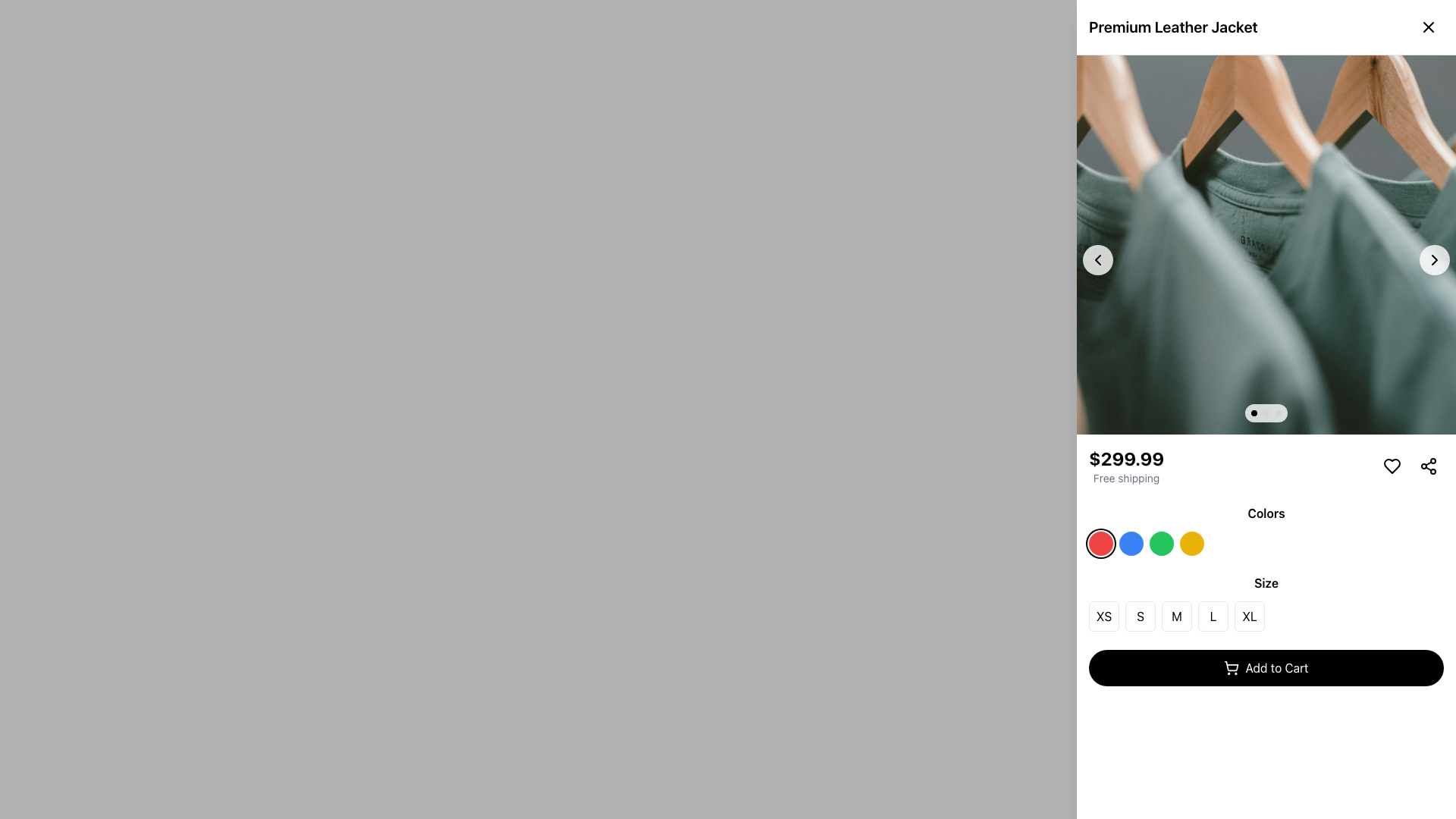 This screenshot has width=1456, height=819. I want to click on the circular button with a black outline containing a share icon, so click(1427, 465).